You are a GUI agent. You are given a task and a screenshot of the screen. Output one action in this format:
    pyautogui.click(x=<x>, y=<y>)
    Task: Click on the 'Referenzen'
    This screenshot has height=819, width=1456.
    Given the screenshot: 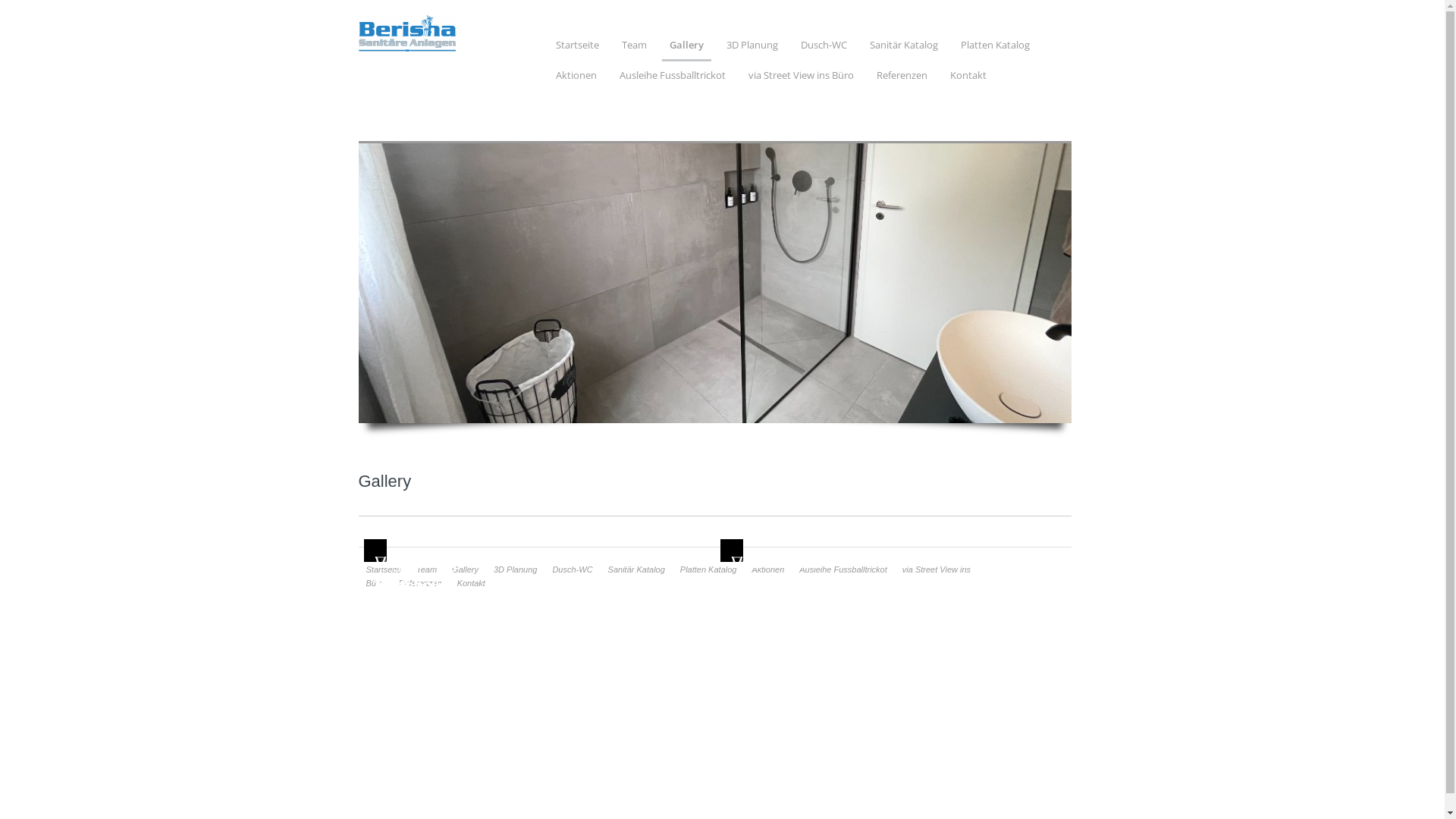 What is the action you would take?
    pyautogui.click(x=420, y=582)
    